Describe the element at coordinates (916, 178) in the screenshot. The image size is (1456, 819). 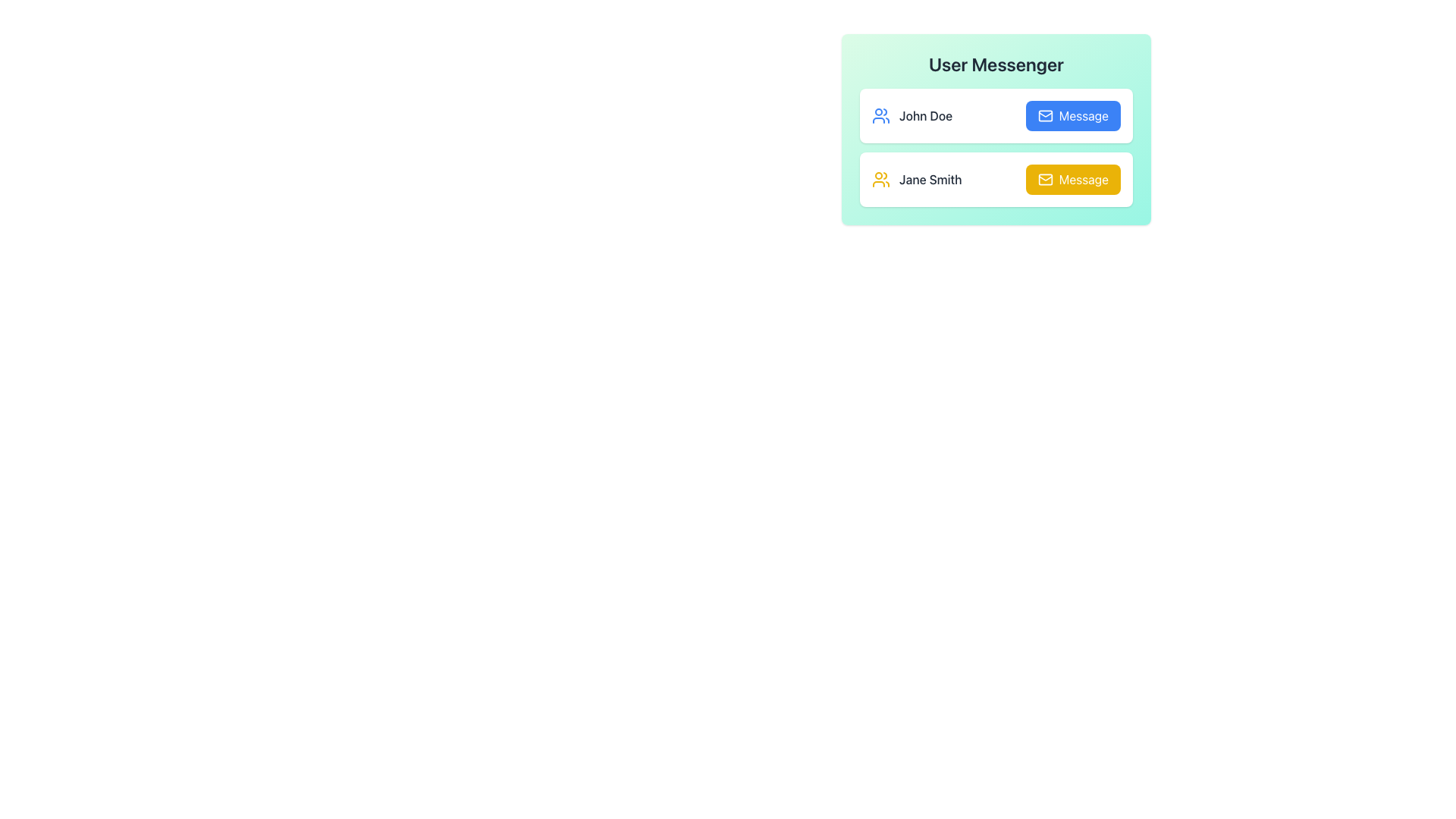
I see `the 'Jane Smith' text label with the yellow user icon` at that location.